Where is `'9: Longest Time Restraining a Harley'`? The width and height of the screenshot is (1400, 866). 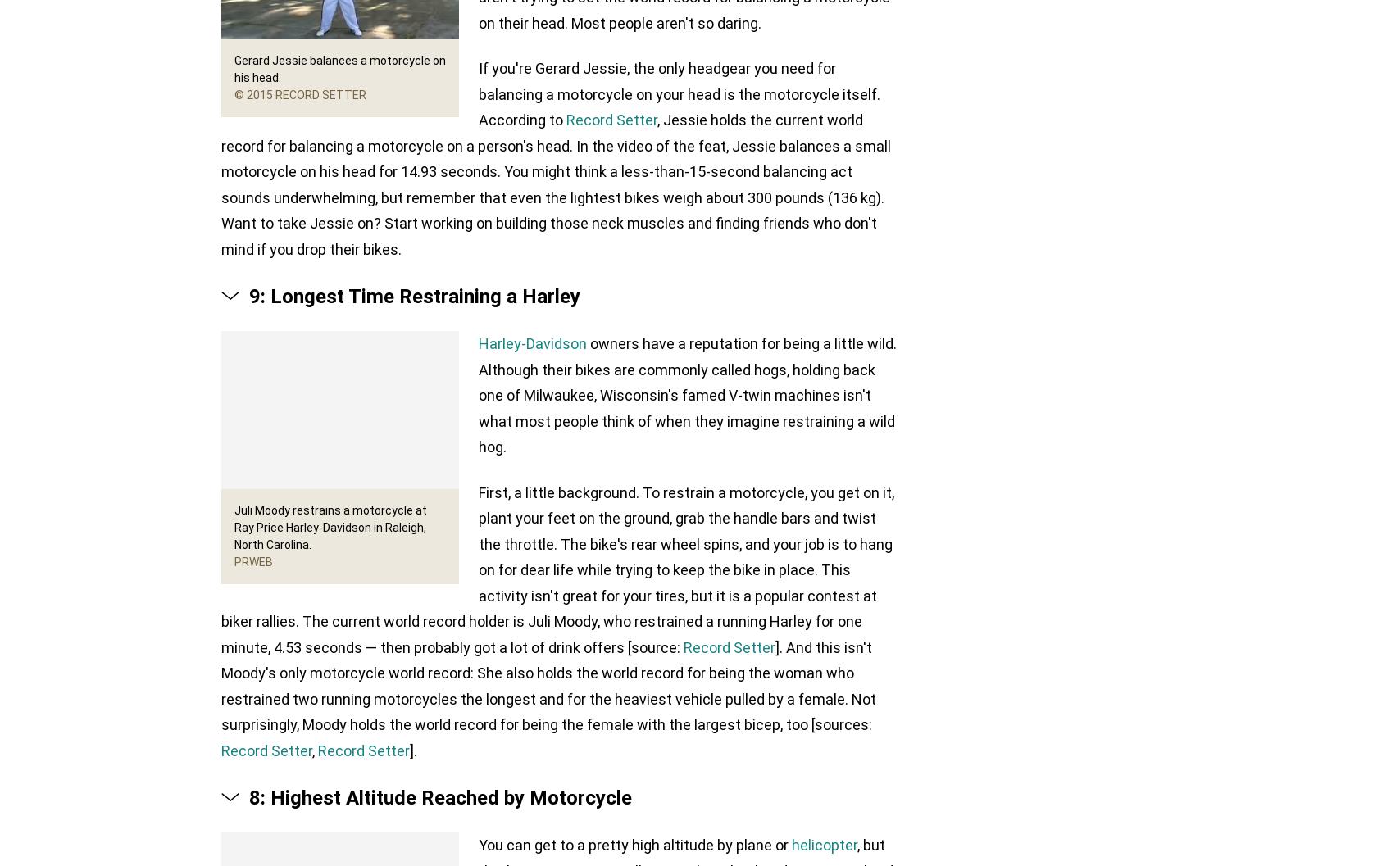
'9: Longest Time Restraining a Harley' is located at coordinates (415, 297).